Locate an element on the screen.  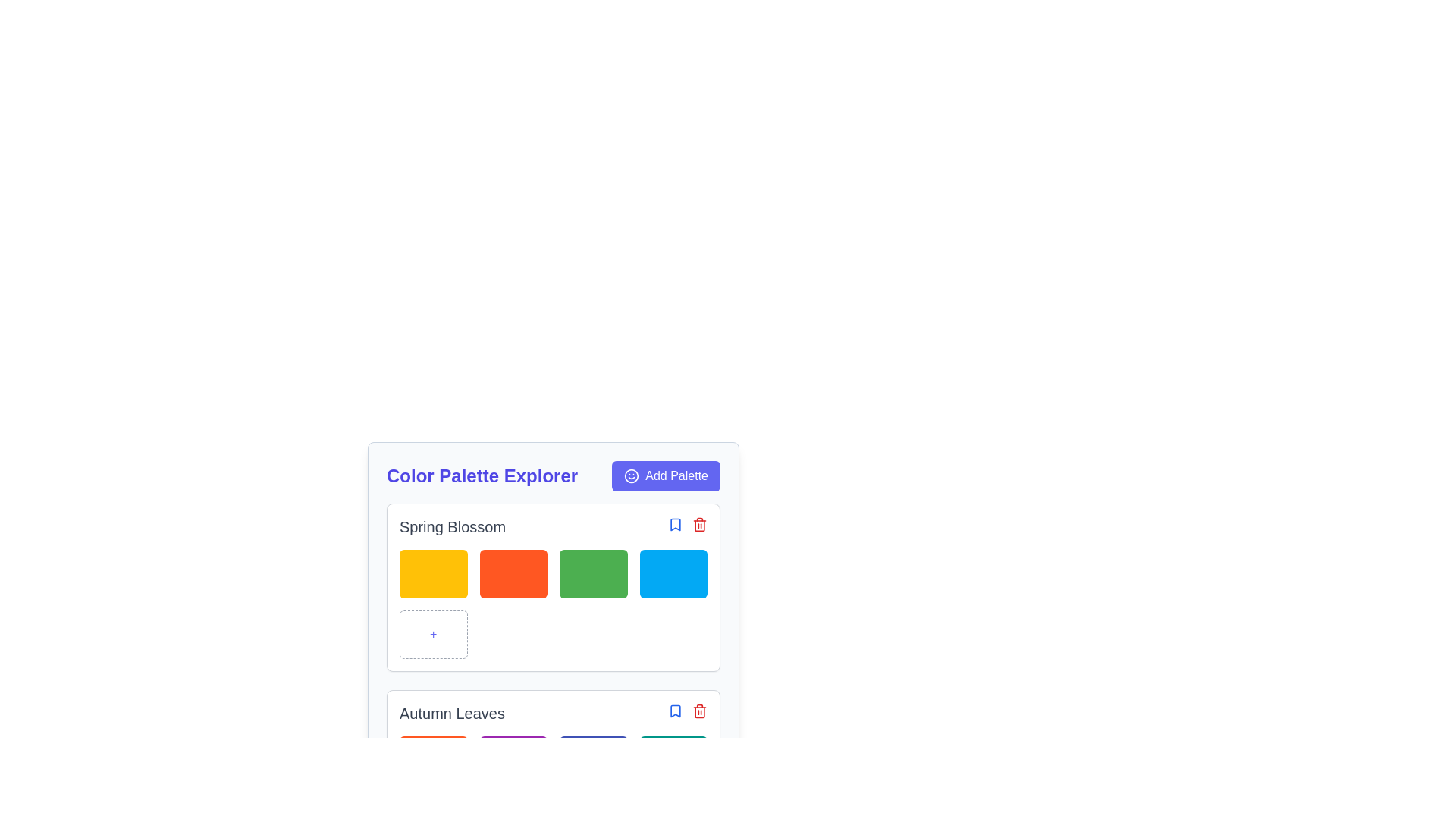
the first color swatch in the 'Spring Blossom' color palette is located at coordinates (432, 573).